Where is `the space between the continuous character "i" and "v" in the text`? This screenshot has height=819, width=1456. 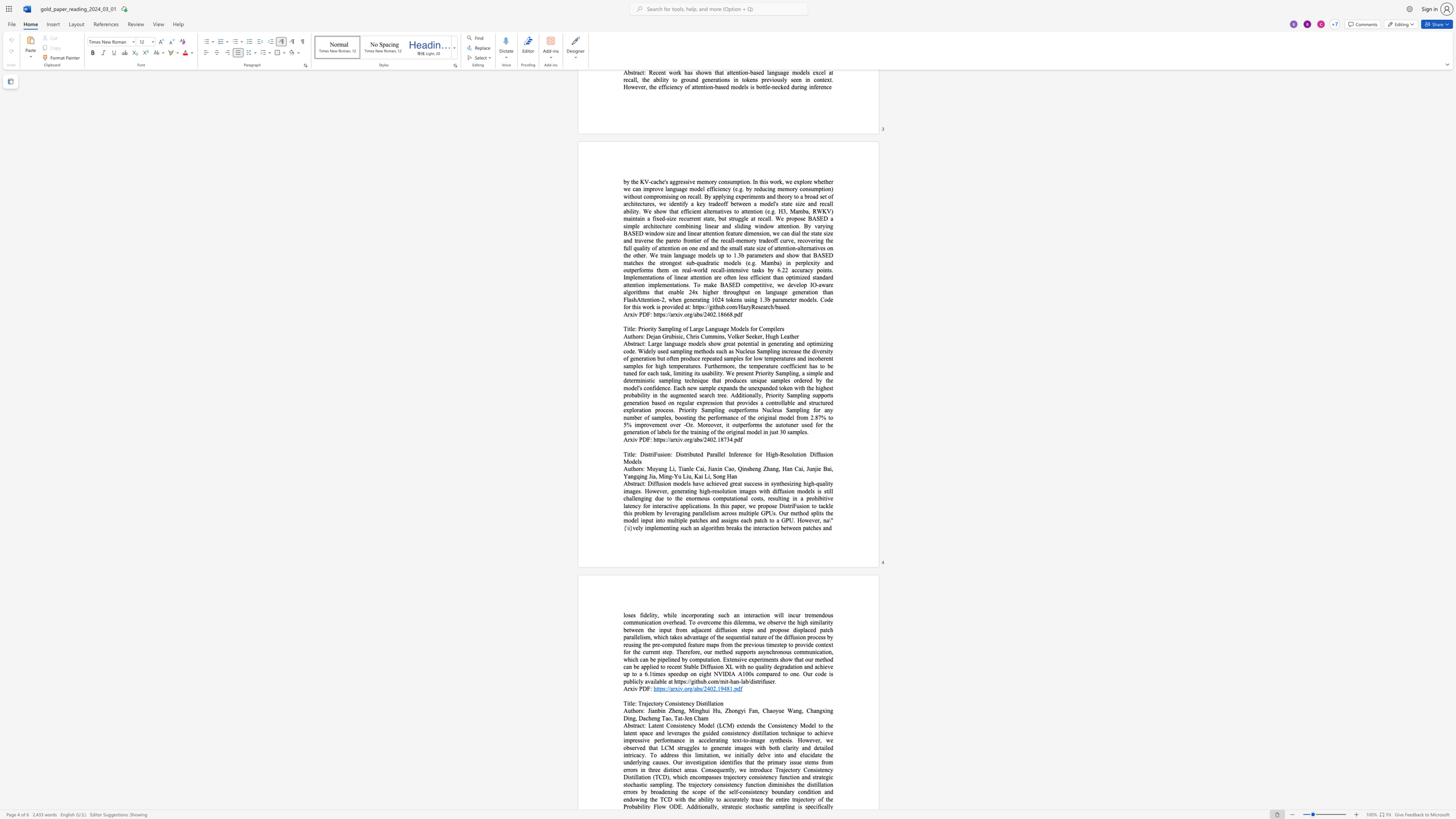
the space between the continuous character "i" and "v" in the text is located at coordinates (635, 439).